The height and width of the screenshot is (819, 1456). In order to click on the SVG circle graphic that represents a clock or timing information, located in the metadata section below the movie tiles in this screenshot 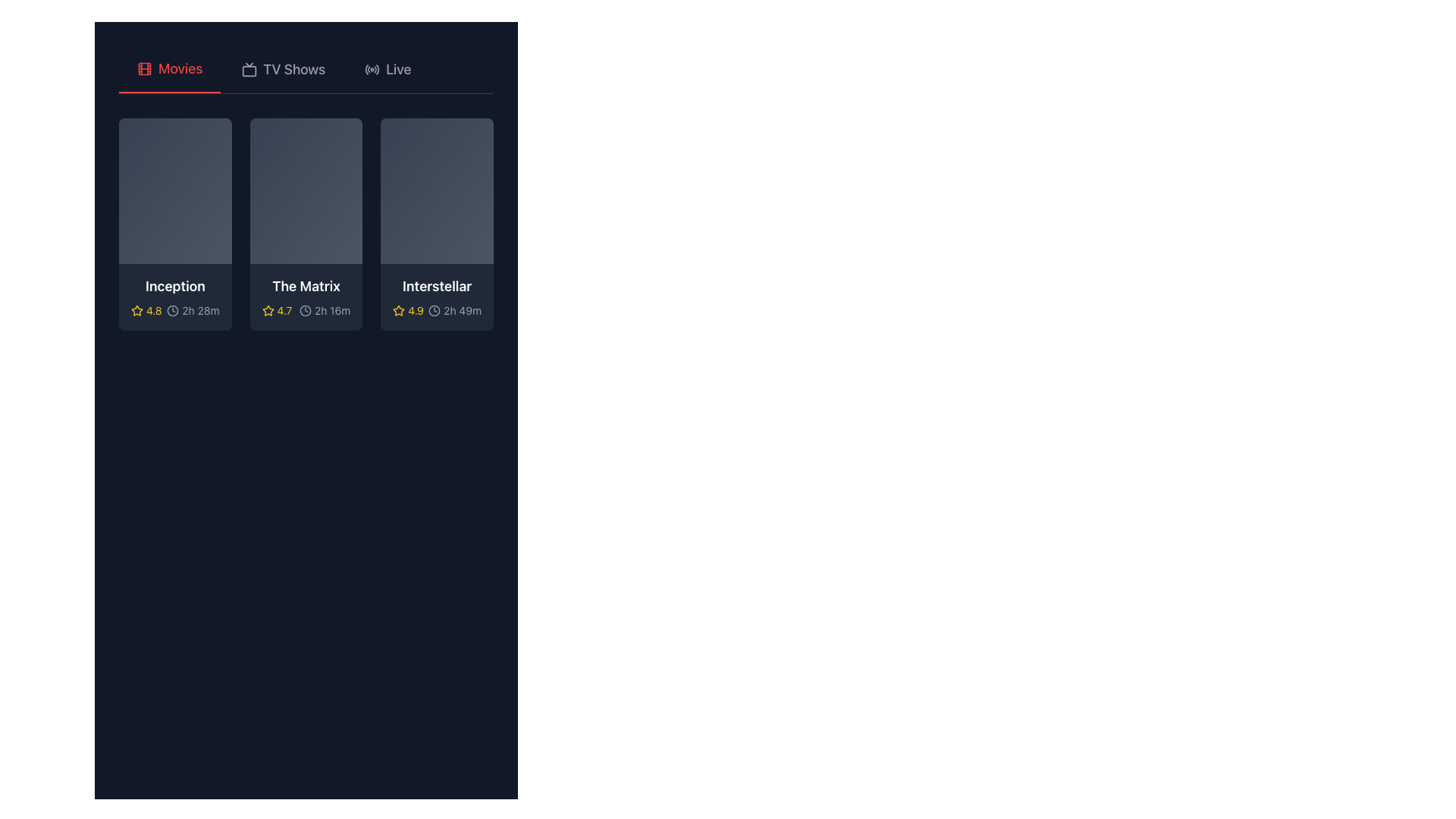, I will do `click(434, 309)`.